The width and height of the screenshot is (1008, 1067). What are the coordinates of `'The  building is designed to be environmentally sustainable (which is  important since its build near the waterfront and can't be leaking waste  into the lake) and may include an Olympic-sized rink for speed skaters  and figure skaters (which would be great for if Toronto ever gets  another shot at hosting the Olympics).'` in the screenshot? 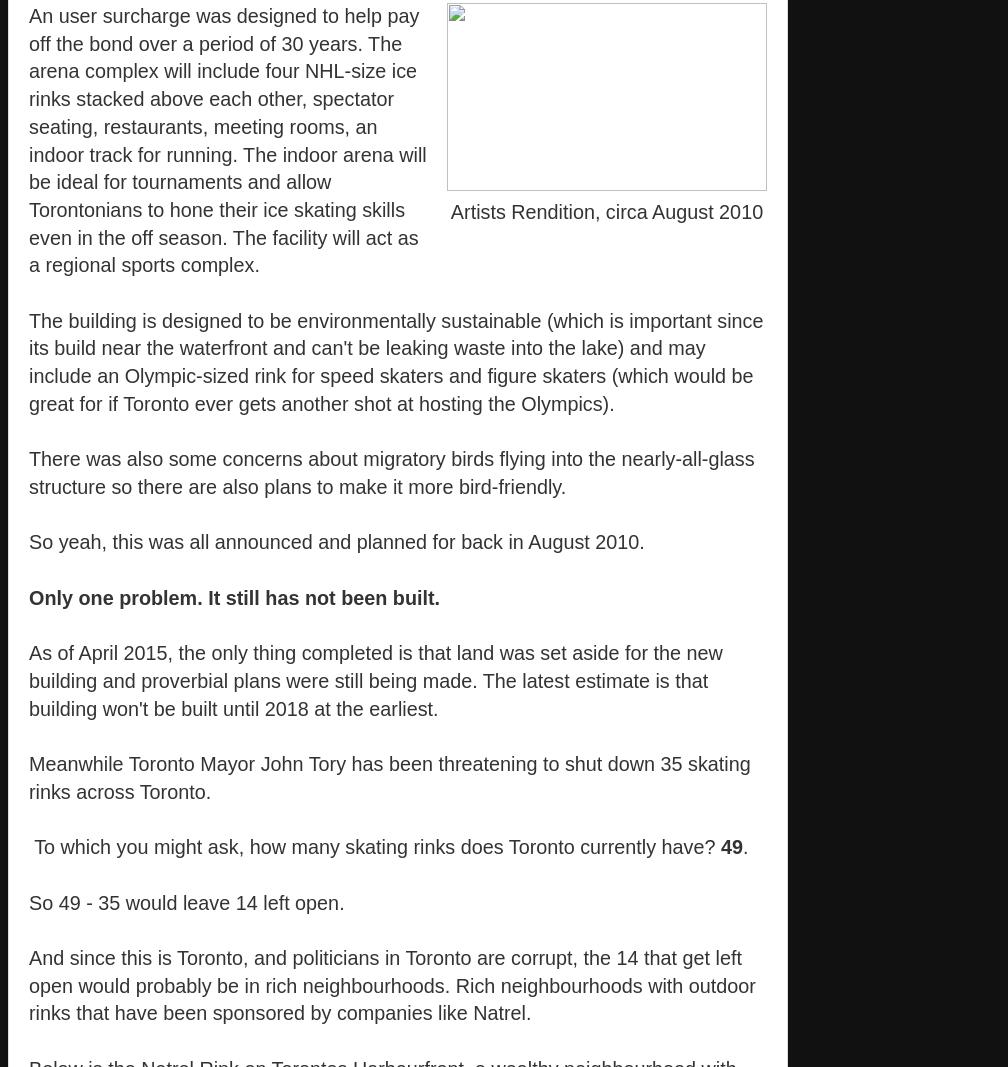 It's located at (396, 360).